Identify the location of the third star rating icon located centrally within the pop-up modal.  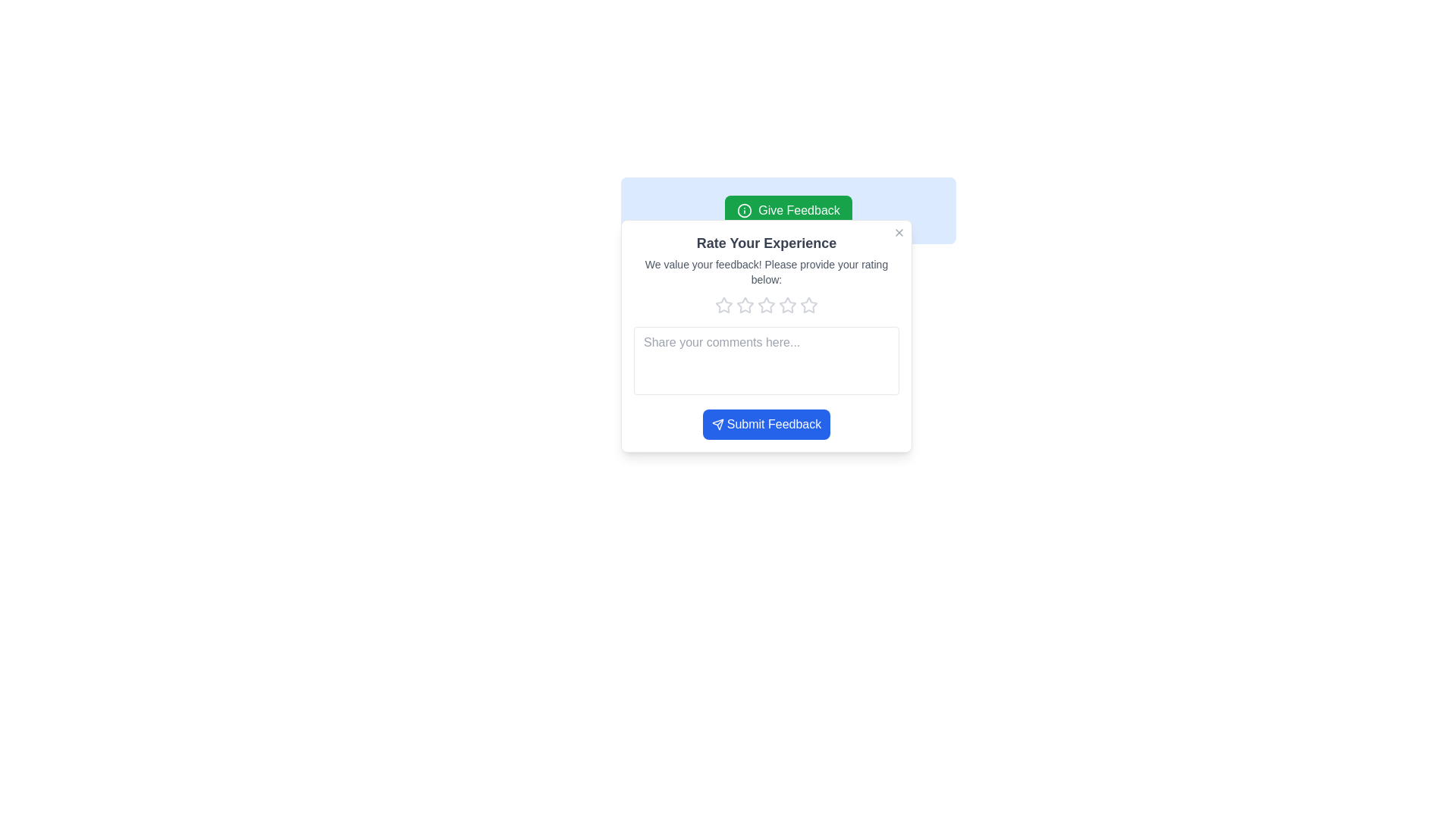
(767, 305).